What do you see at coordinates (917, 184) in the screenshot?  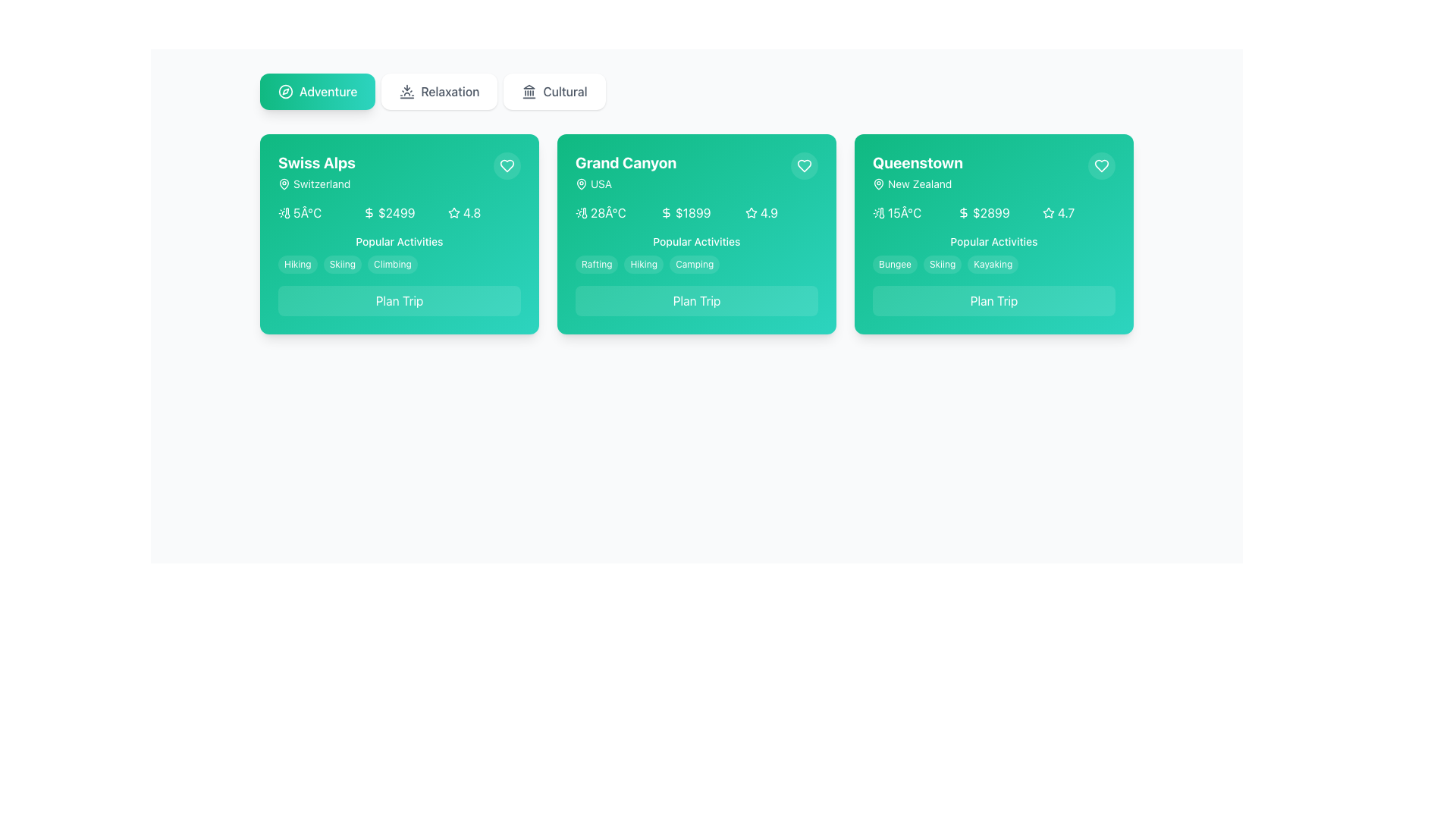 I see `text label 'New Zealand' located under the title 'Queenstown' in the rightmost card among three horizontally aligned cards` at bounding box center [917, 184].